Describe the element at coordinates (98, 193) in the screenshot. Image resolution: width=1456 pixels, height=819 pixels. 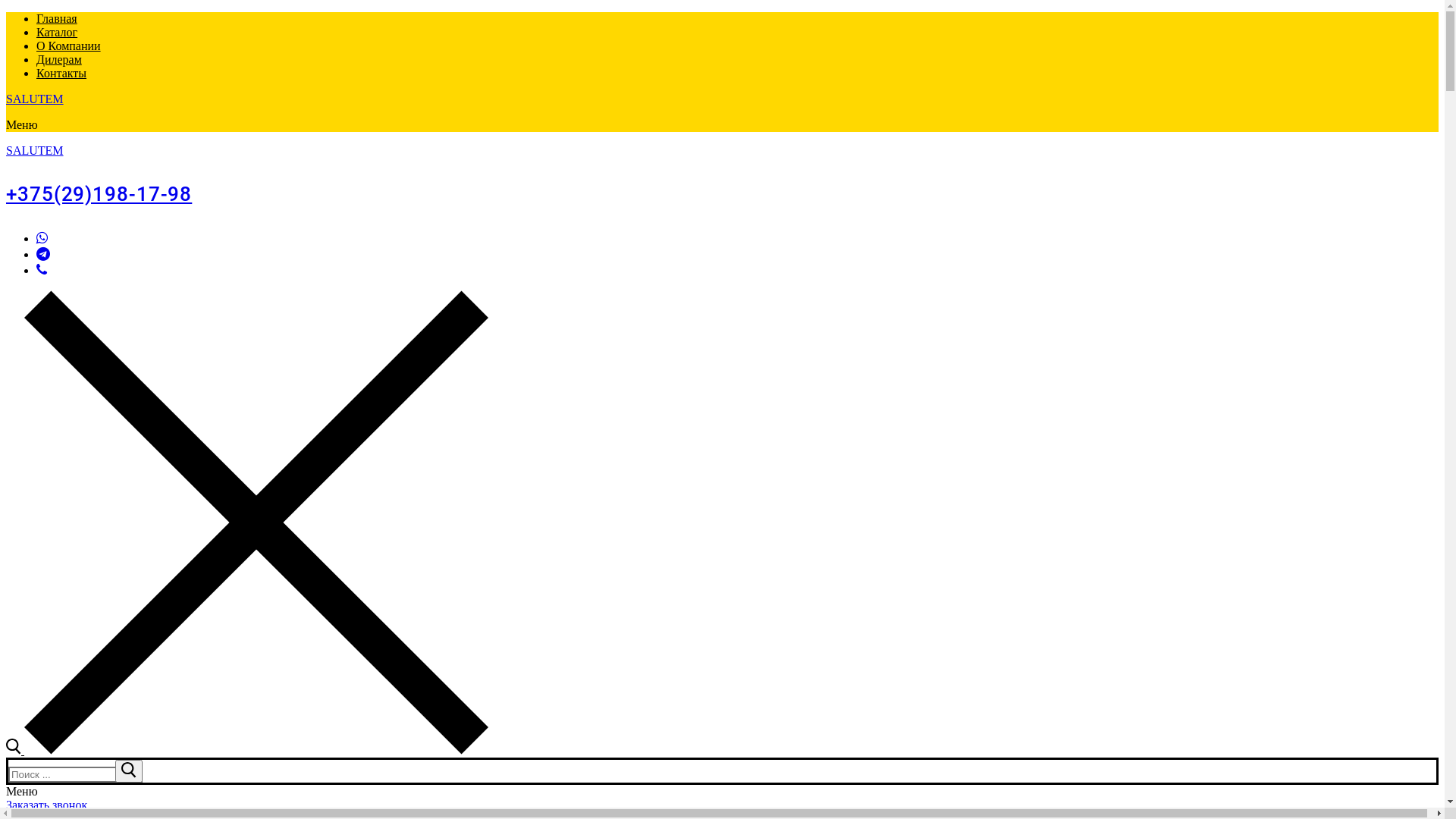
I see `'+375(29)198-17-98'` at that location.